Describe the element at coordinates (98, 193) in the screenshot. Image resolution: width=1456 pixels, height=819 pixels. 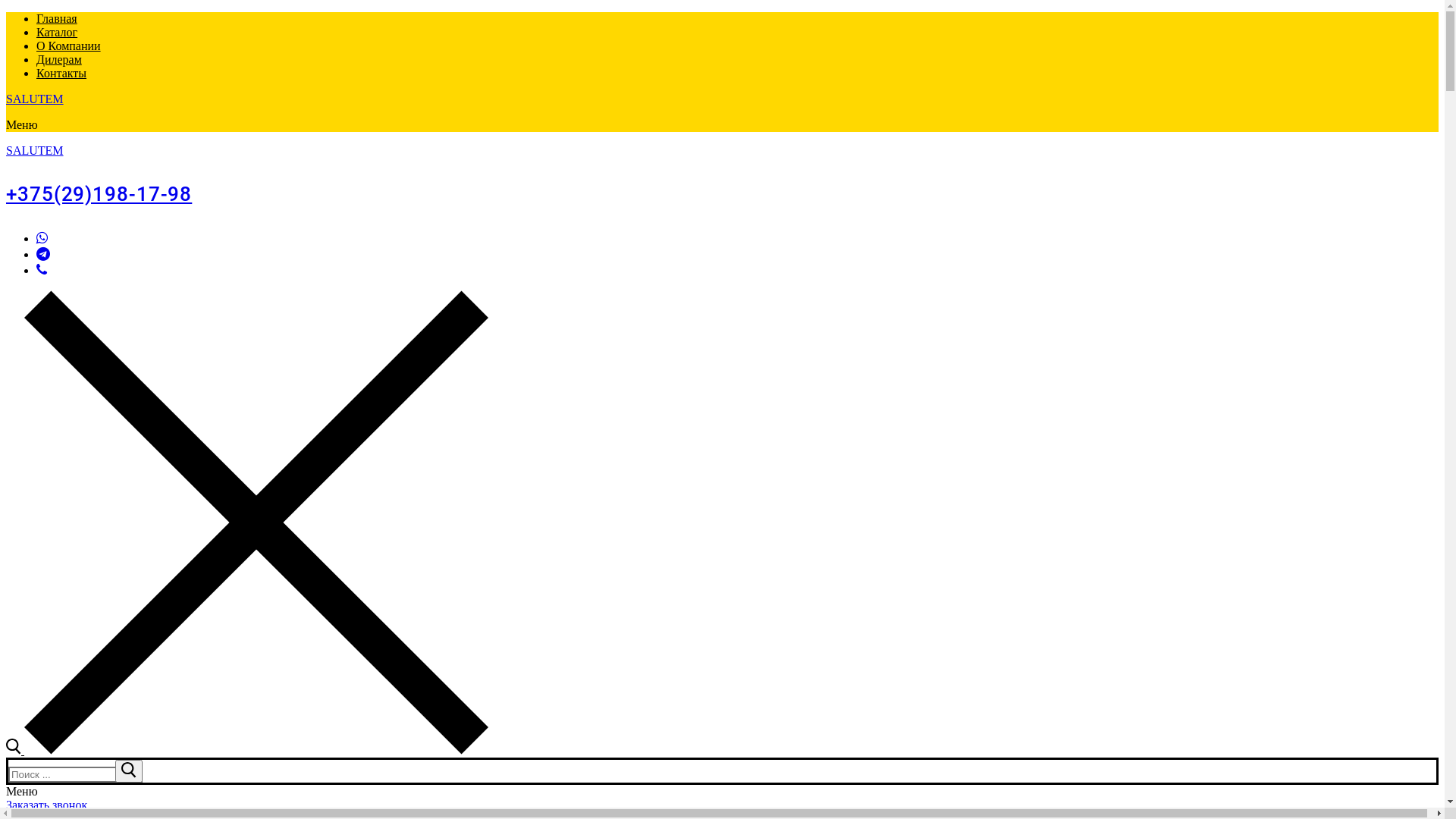
I see `'+375(29)198-17-98'` at that location.